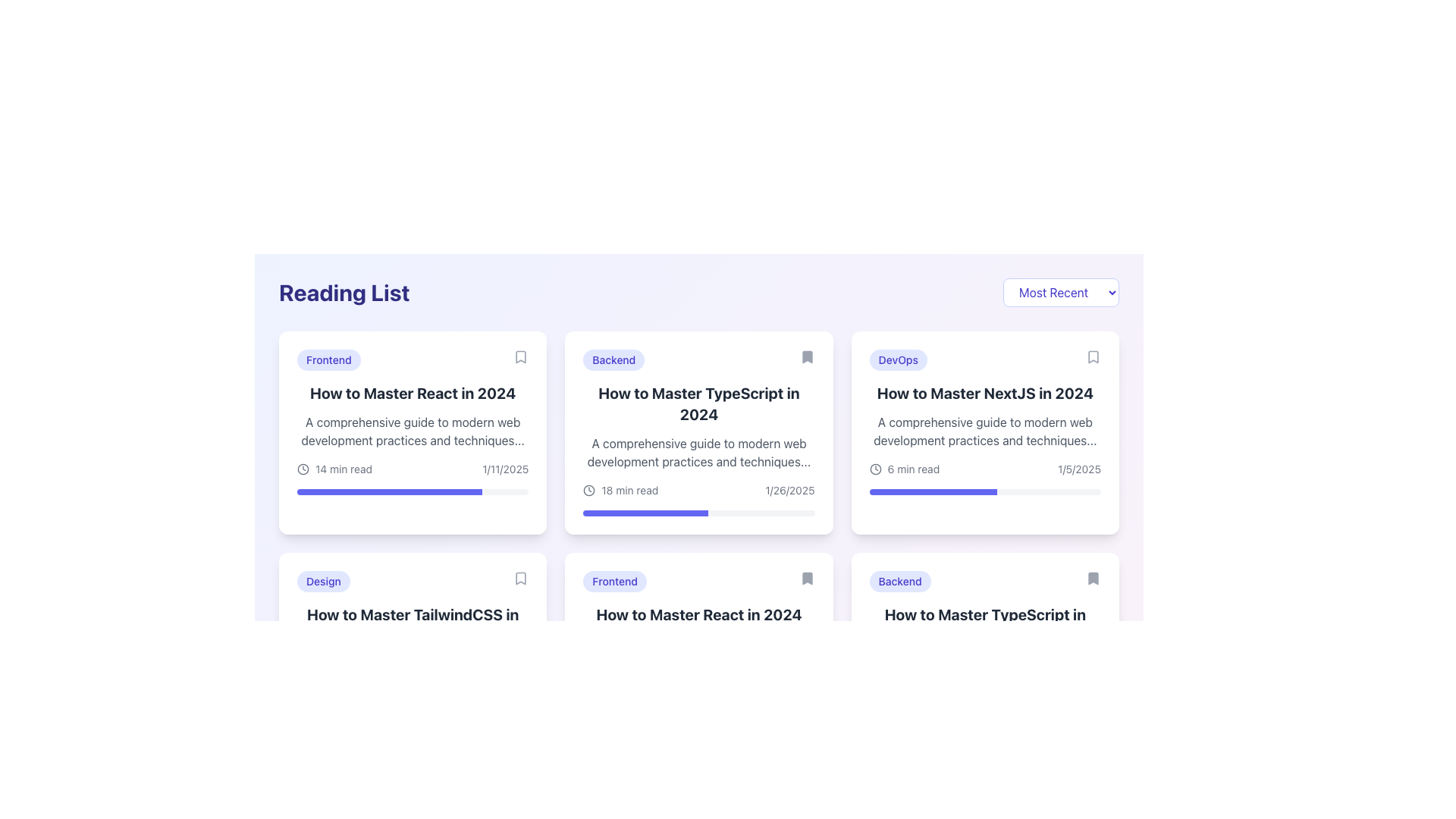 The width and height of the screenshot is (1456, 819). Describe the element at coordinates (985, 393) in the screenshot. I see `the bold, large-font text reading 'How to Master NextJS in 2024' located in the third card under the 'DevOps' tag` at that location.